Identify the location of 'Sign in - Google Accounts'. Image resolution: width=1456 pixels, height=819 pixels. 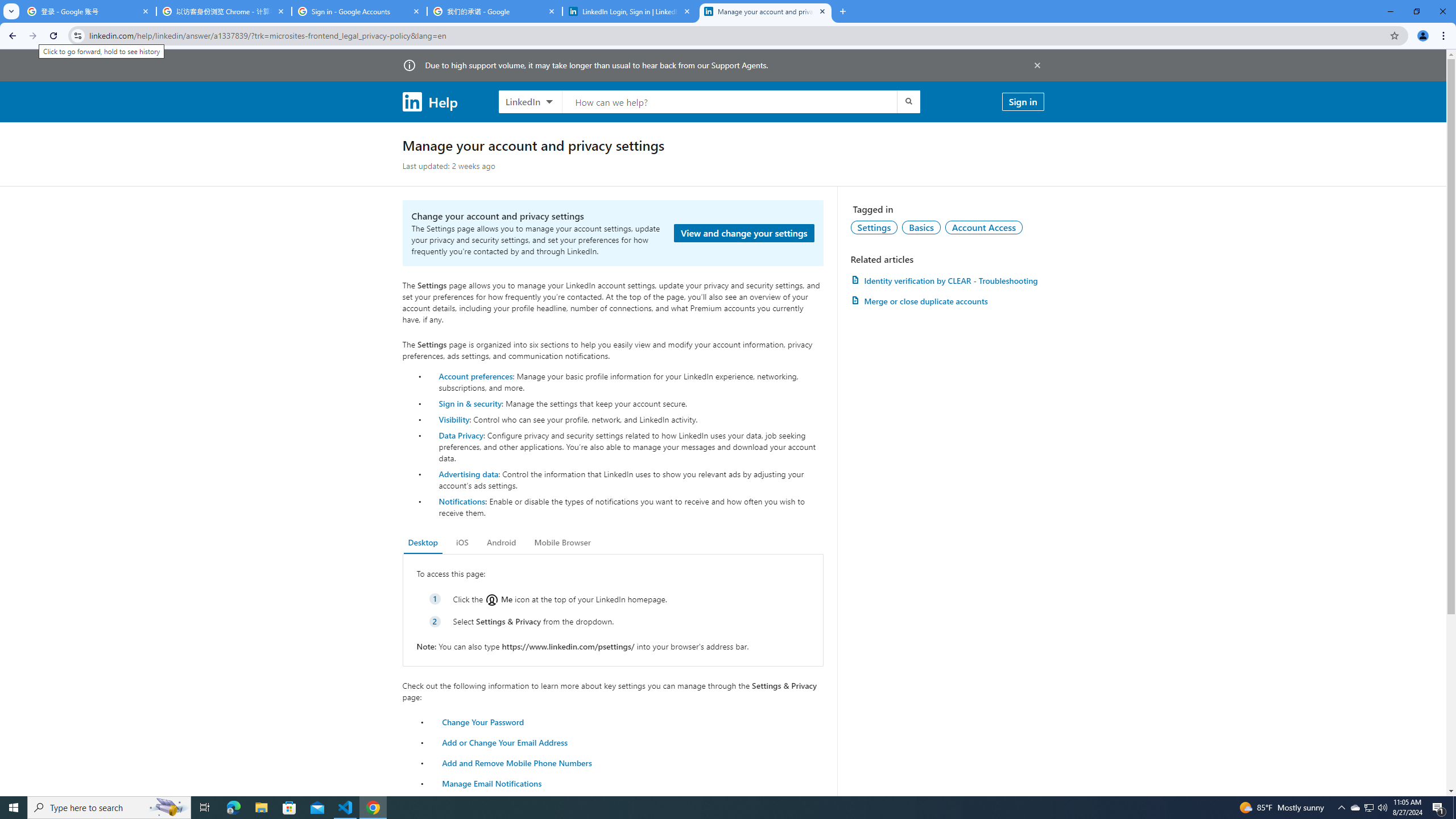
(359, 11).